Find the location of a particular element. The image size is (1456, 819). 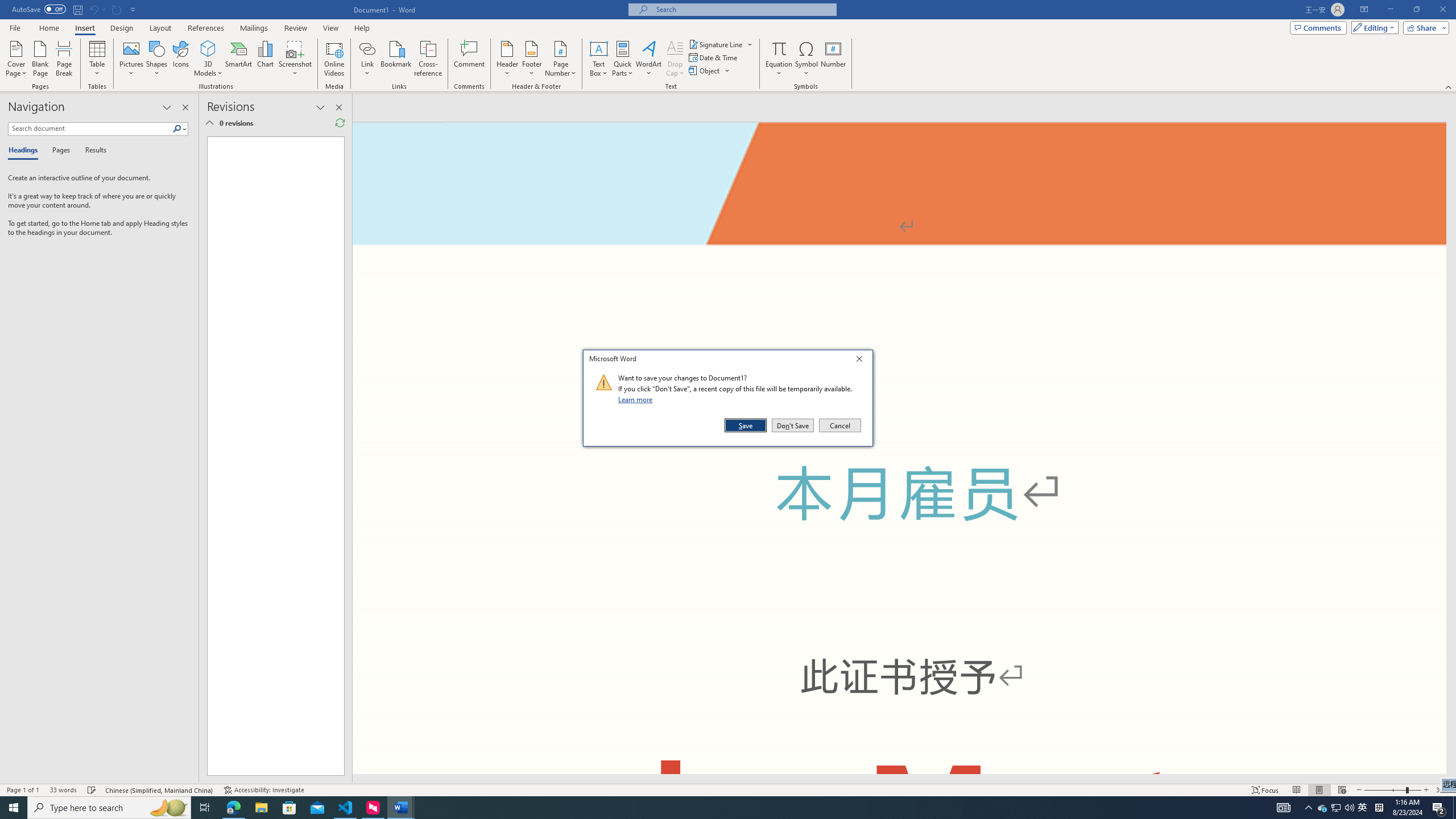

'Show desktop' is located at coordinates (1454, 806).